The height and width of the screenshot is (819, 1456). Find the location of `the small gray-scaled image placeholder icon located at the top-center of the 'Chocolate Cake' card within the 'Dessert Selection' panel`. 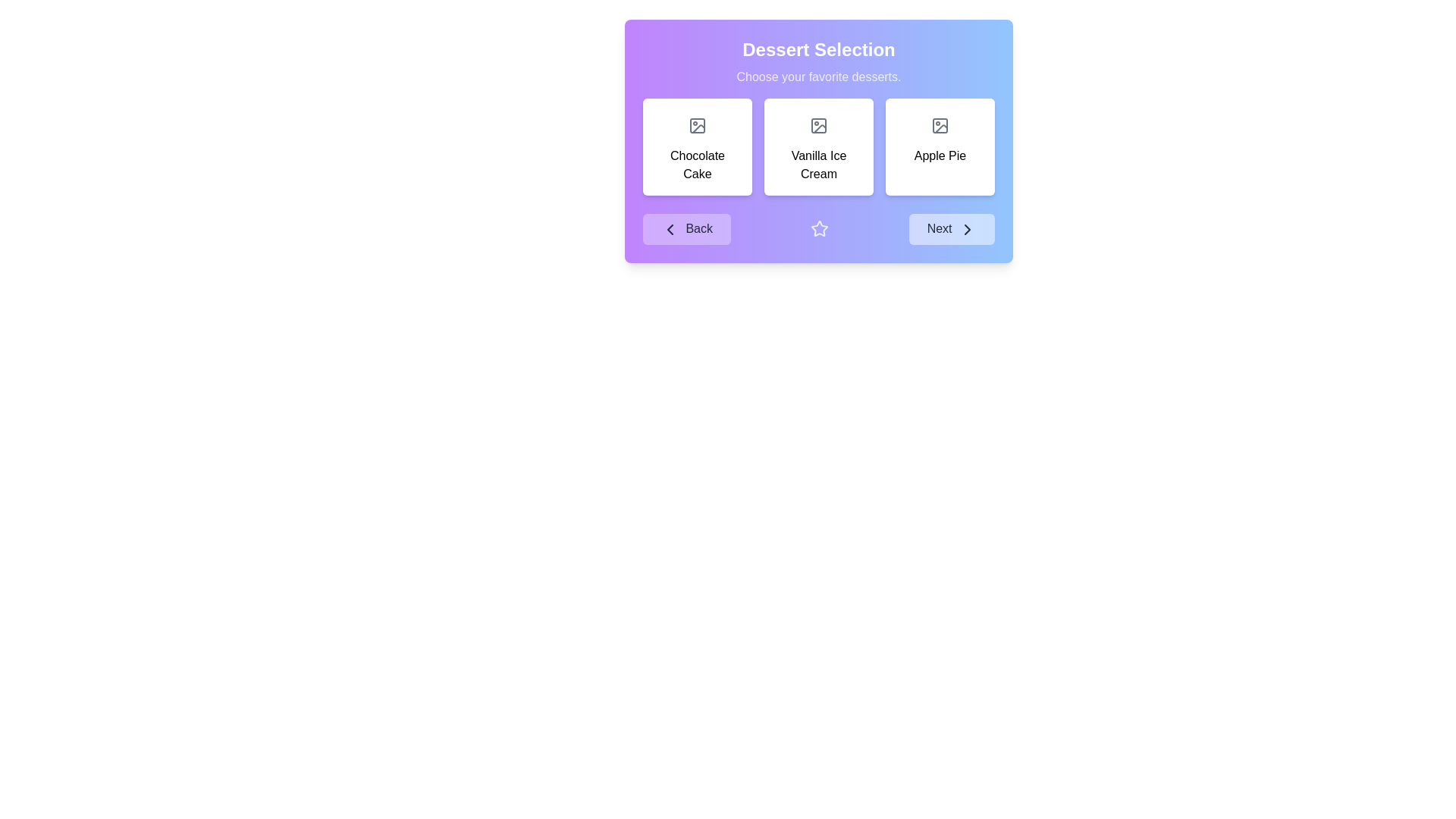

the small gray-scaled image placeholder icon located at the top-center of the 'Chocolate Cake' card within the 'Dessert Selection' panel is located at coordinates (697, 124).